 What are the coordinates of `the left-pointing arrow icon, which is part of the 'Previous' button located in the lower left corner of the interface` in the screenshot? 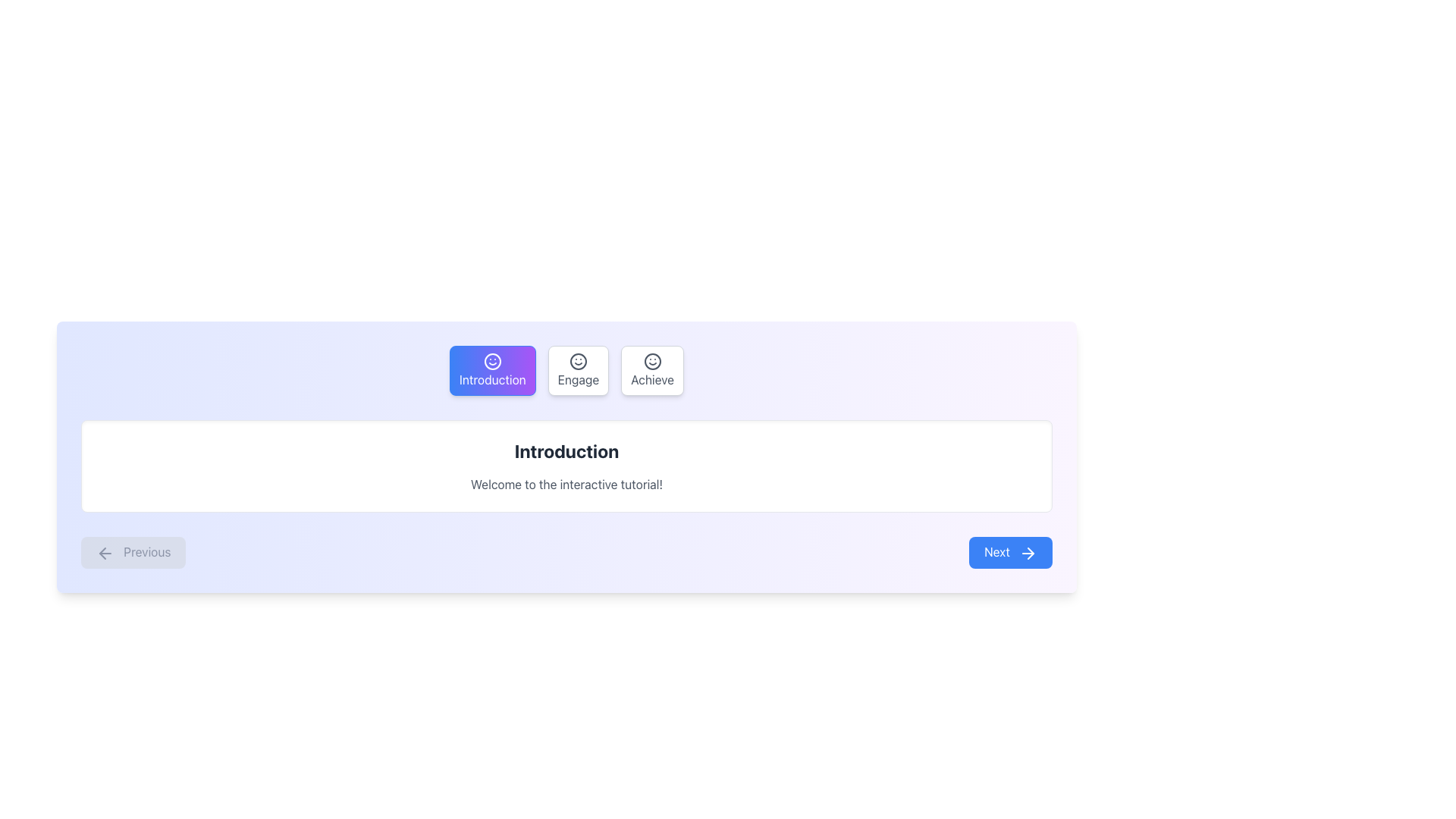 It's located at (105, 553).